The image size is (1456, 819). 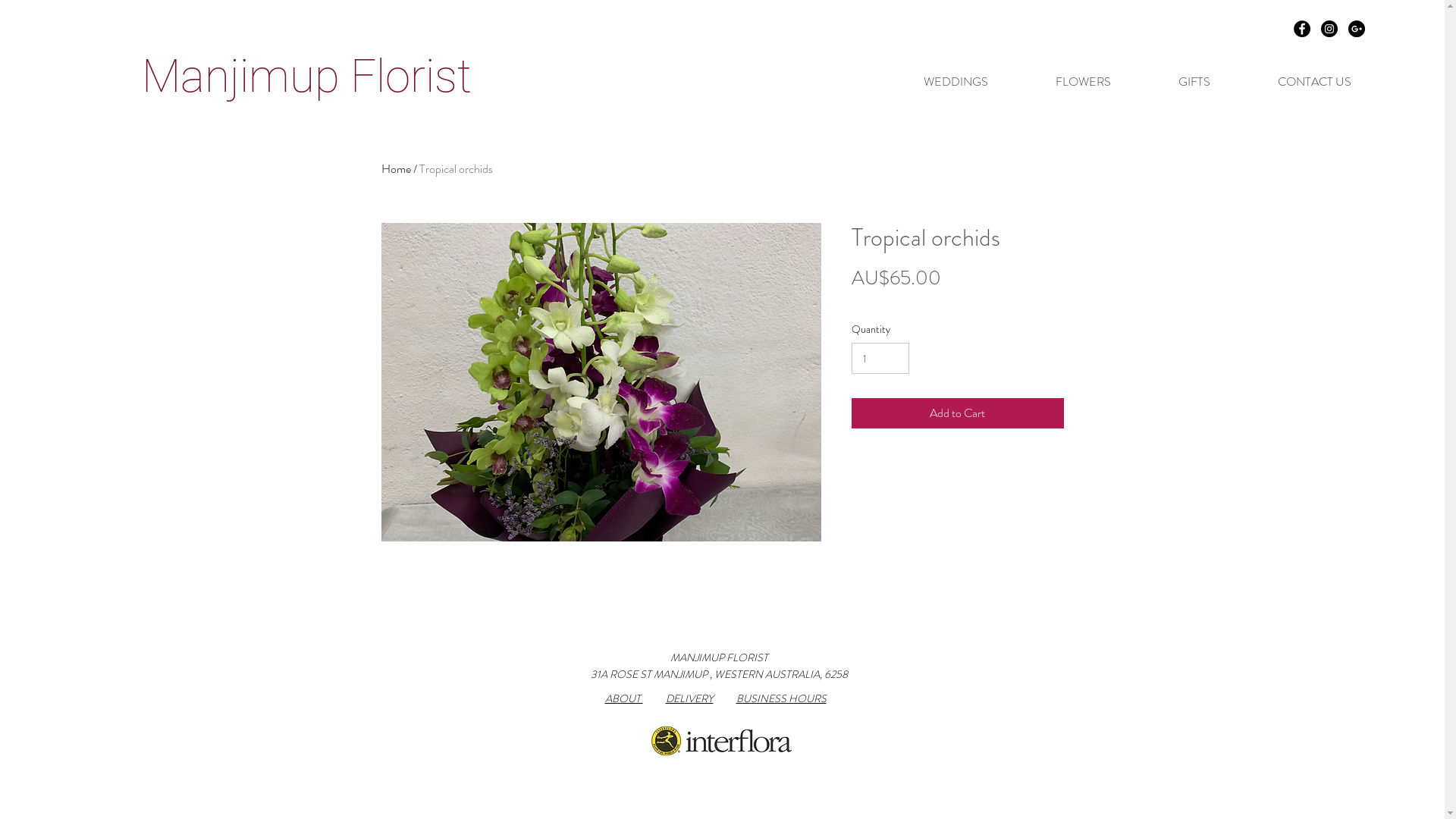 I want to click on 'CONTACT US', so click(x=1244, y=81).